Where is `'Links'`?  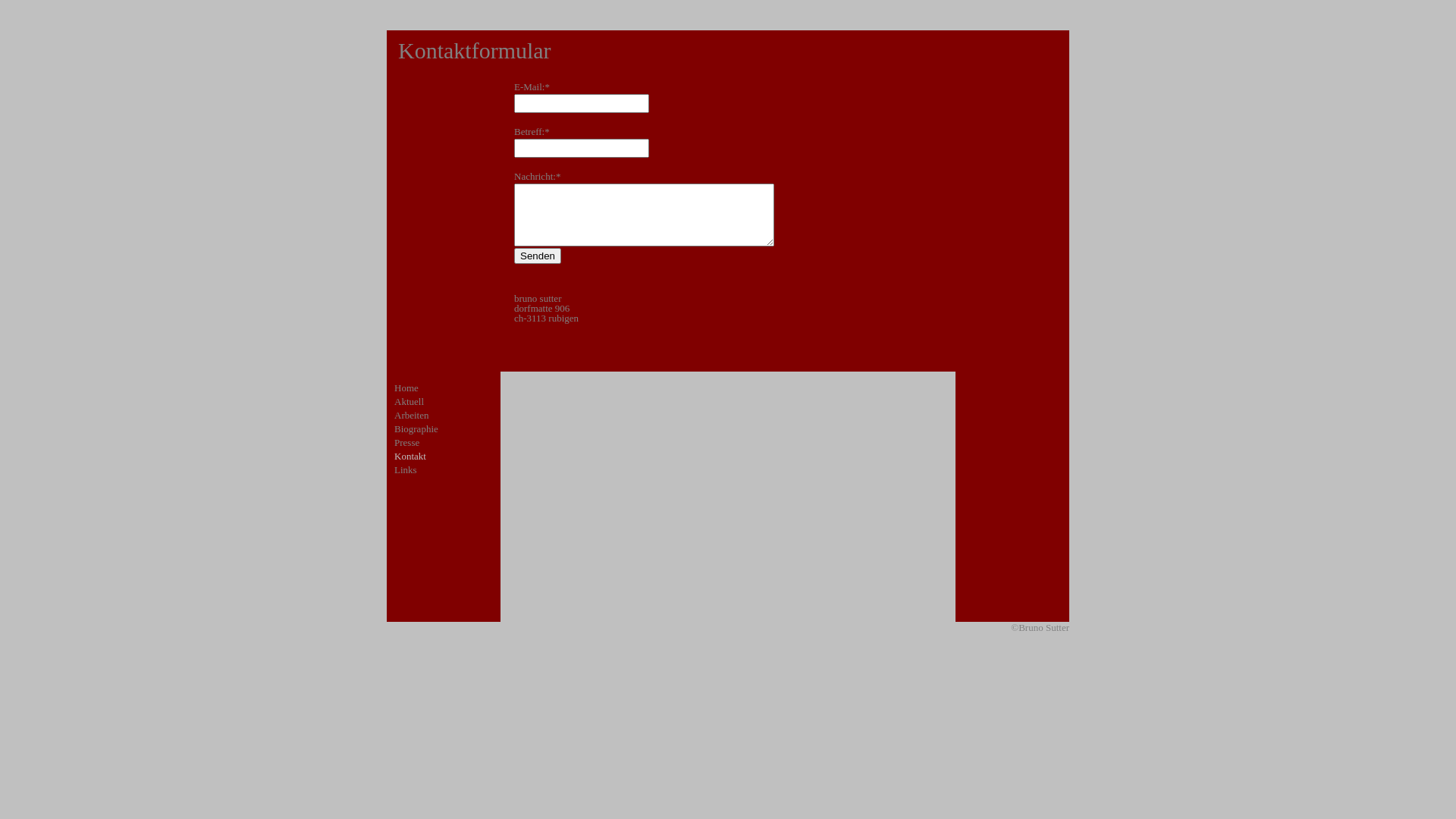 'Links' is located at coordinates (405, 469).